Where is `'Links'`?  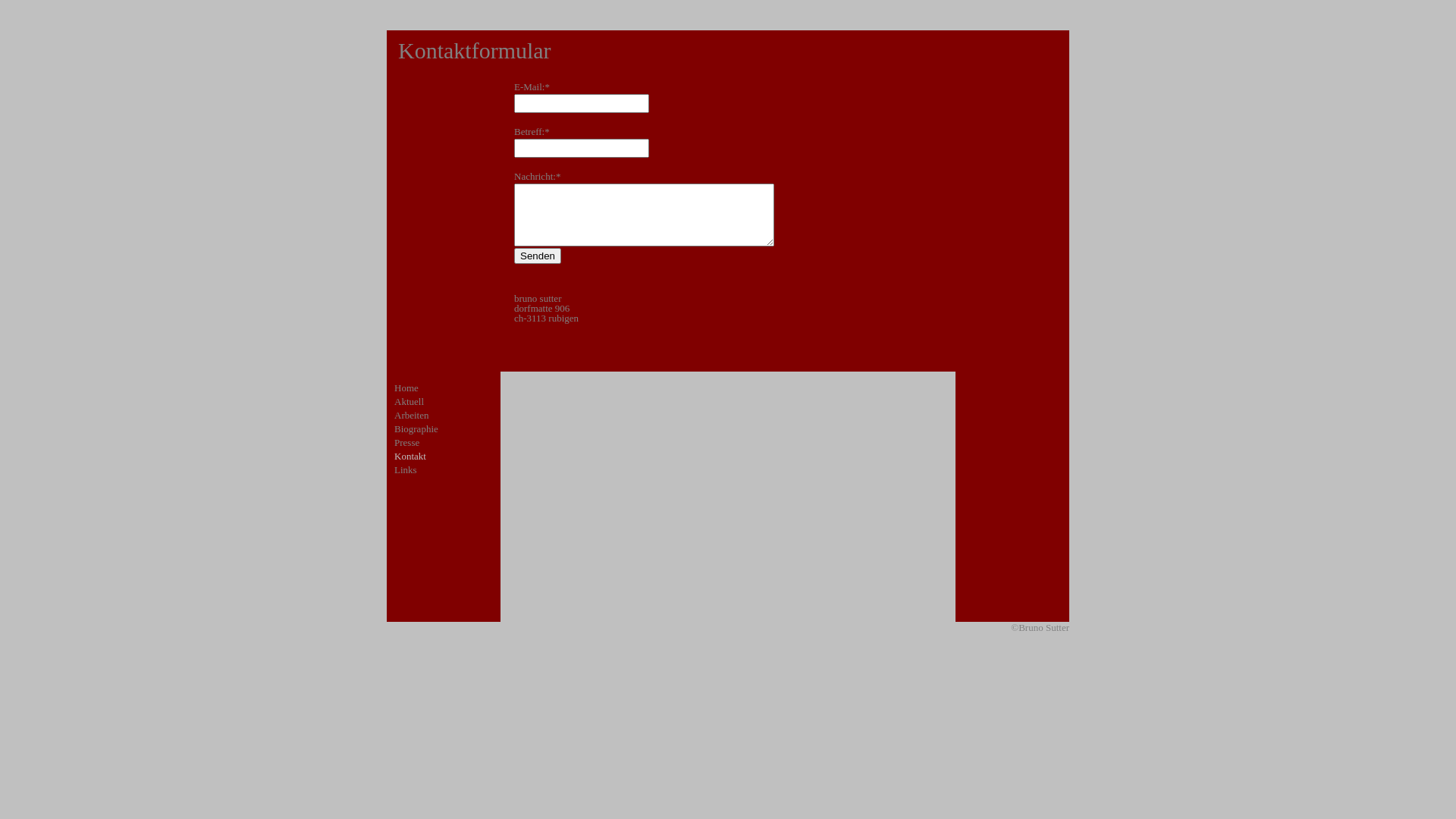 'Links' is located at coordinates (405, 469).